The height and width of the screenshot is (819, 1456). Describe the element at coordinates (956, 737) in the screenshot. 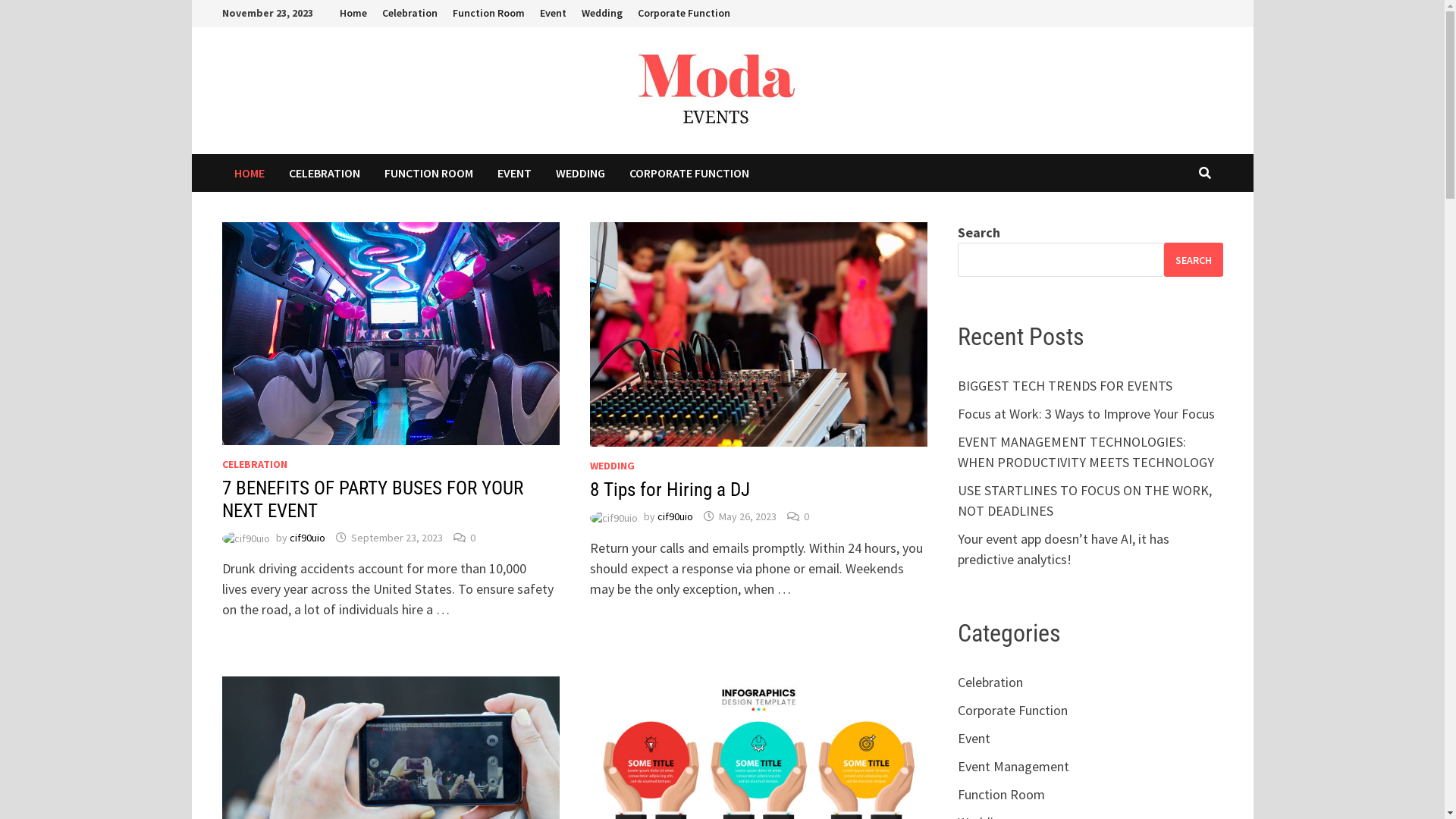

I see `'Event'` at that location.